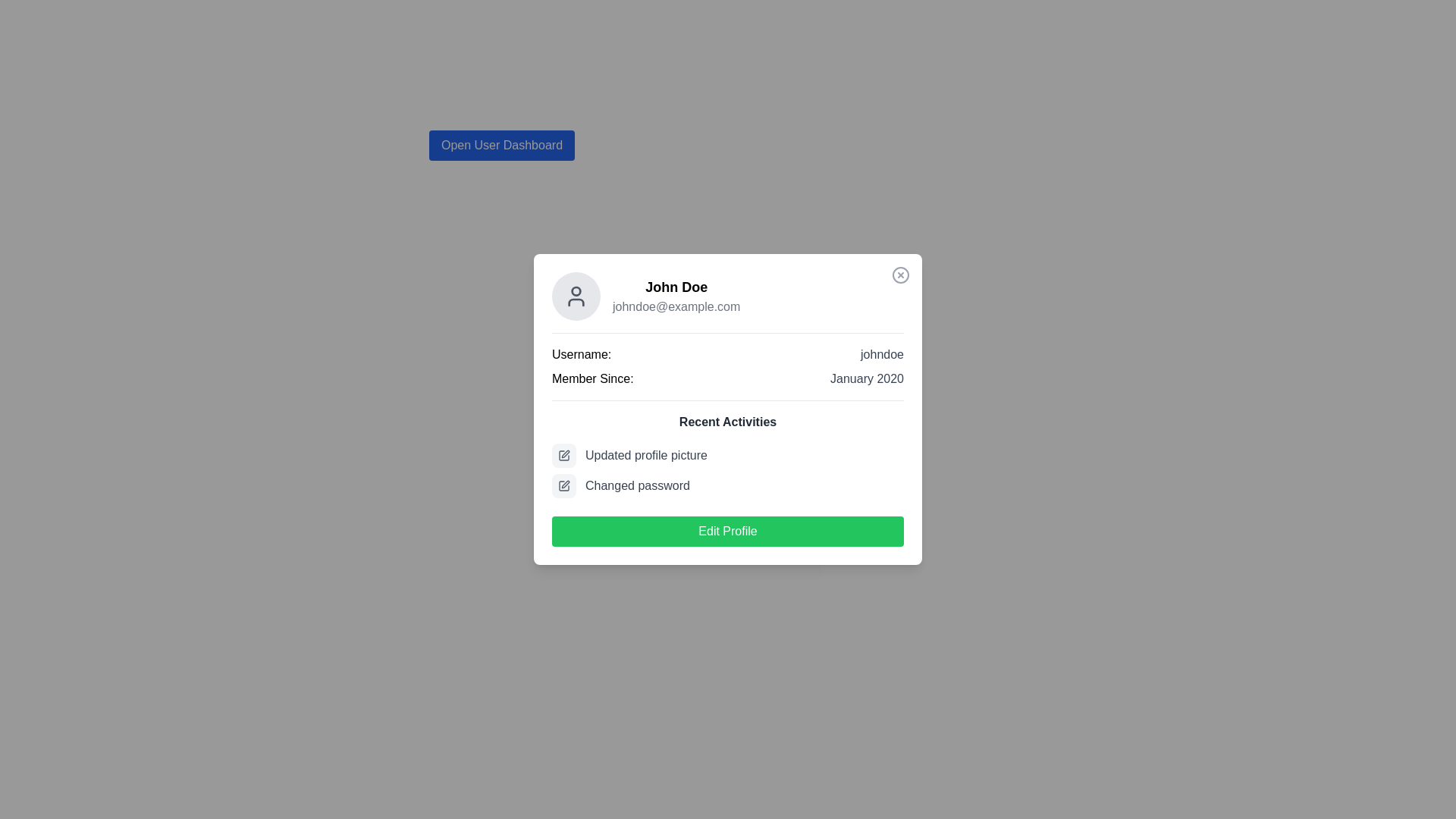 The width and height of the screenshot is (1456, 819). I want to click on the decorative icon located to the left of the 'Updated profile picture' text line in the recent activities section of the user card, so click(563, 485).